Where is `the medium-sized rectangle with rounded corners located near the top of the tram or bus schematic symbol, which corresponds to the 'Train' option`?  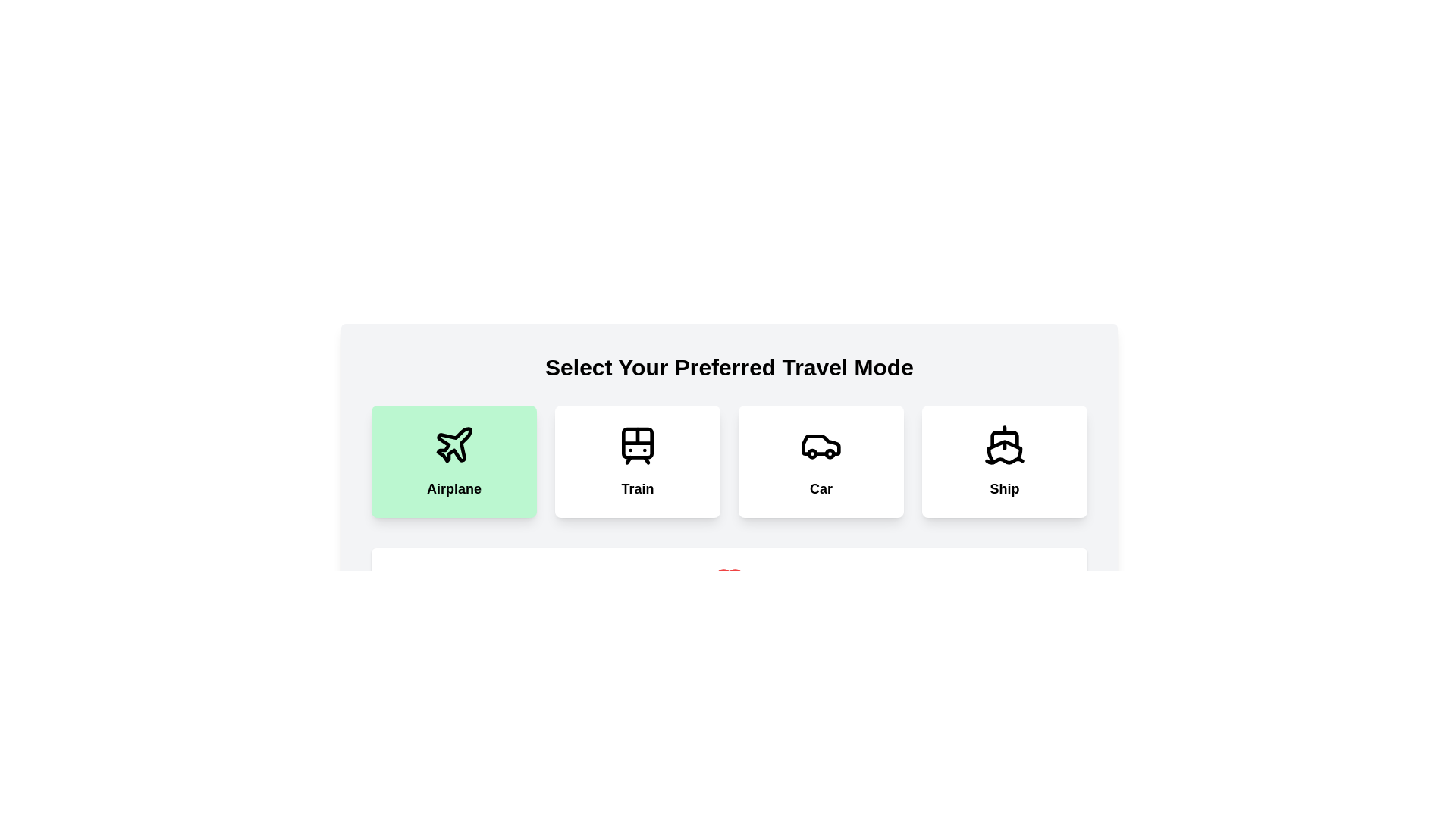
the medium-sized rectangle with rounded corners located near the top of the tram or bus schematic symbol, which corresponds to the 'Train' option is located at coordinates (637, 442).